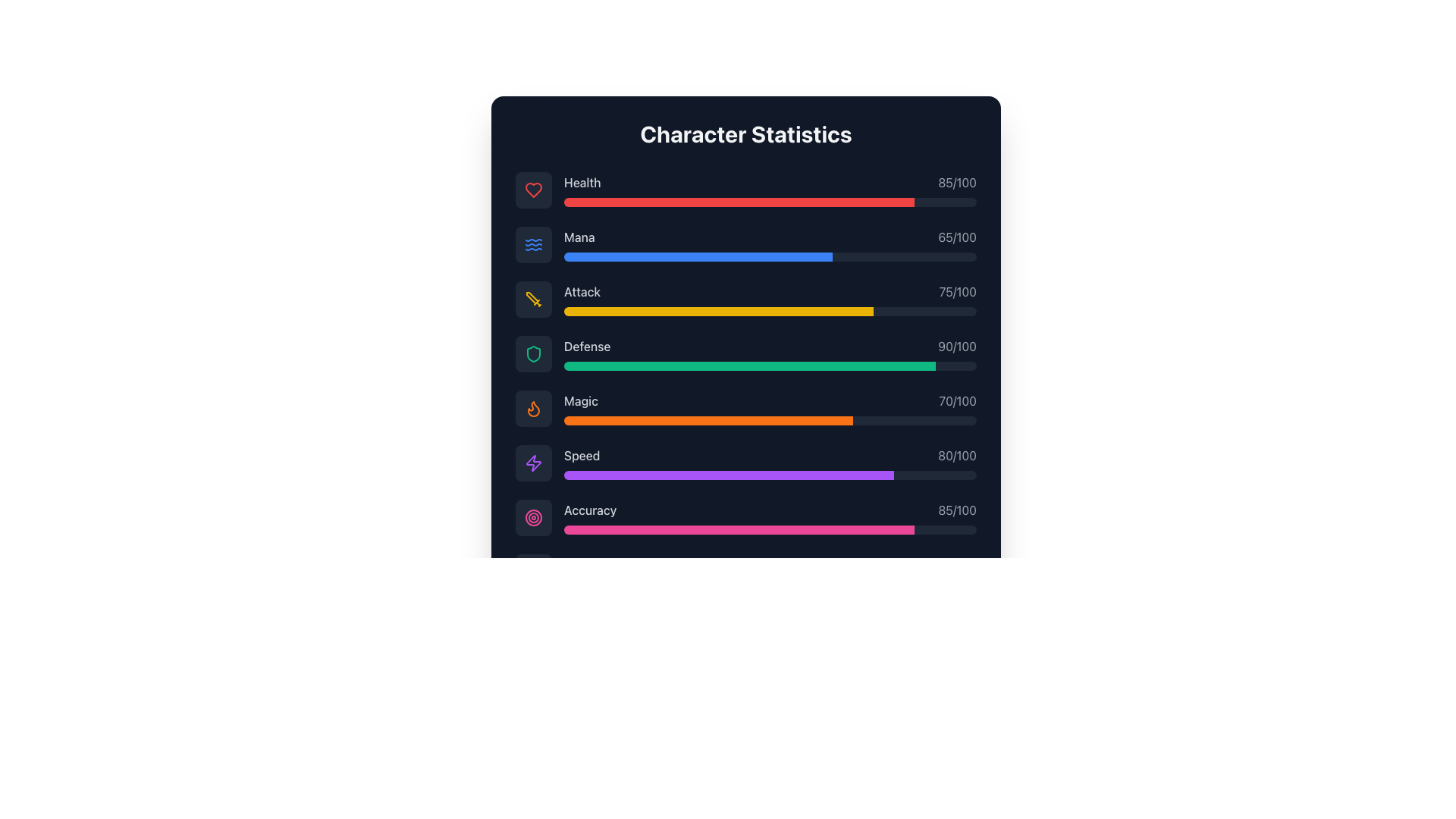 The height and width of the screenshot is (819, 1456). Describe the element at coordinates (749, 366) in the screenshot. I see `the filled segment of the Progress bar indicating the 'Defense' statistic level of the character, which is the fourth row from the top in the list of character statistics` at that location.